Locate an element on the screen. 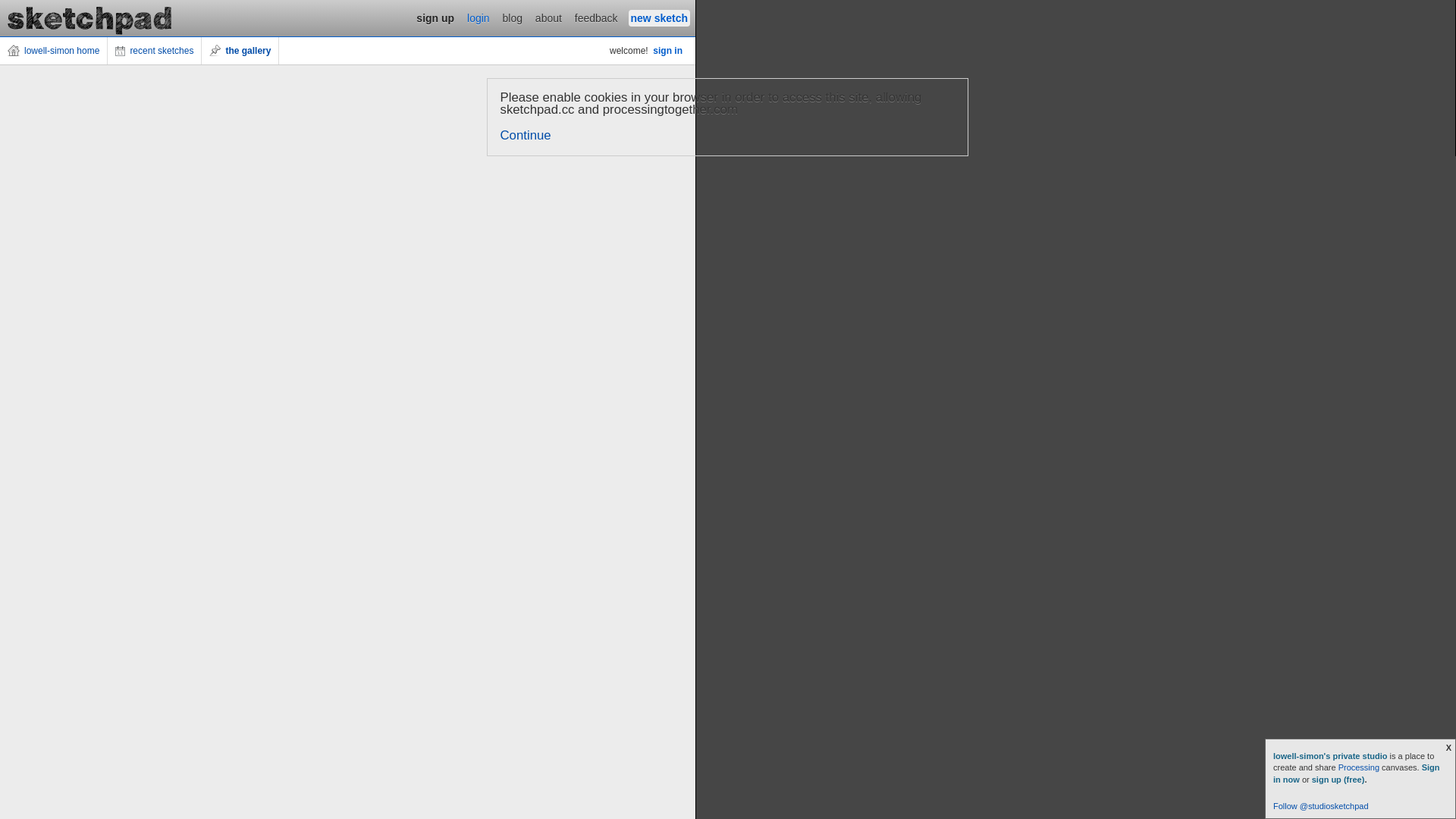 This screenshot has width=1456, height=819. 'Sign in now' is located at coordinates (1357, 773).